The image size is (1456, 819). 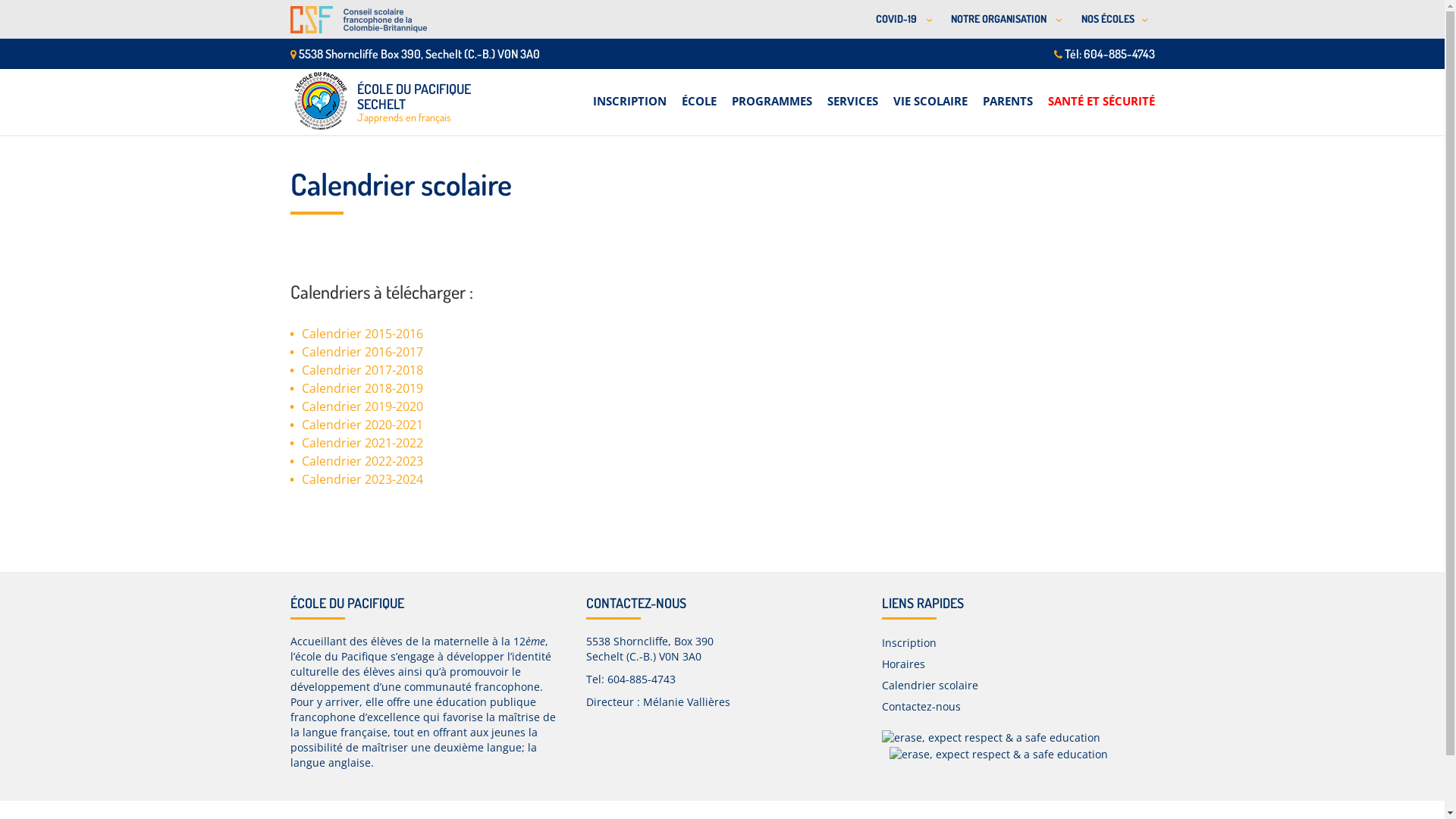 I want to click on 'COVID-19 ', so click(x=863, y=19).